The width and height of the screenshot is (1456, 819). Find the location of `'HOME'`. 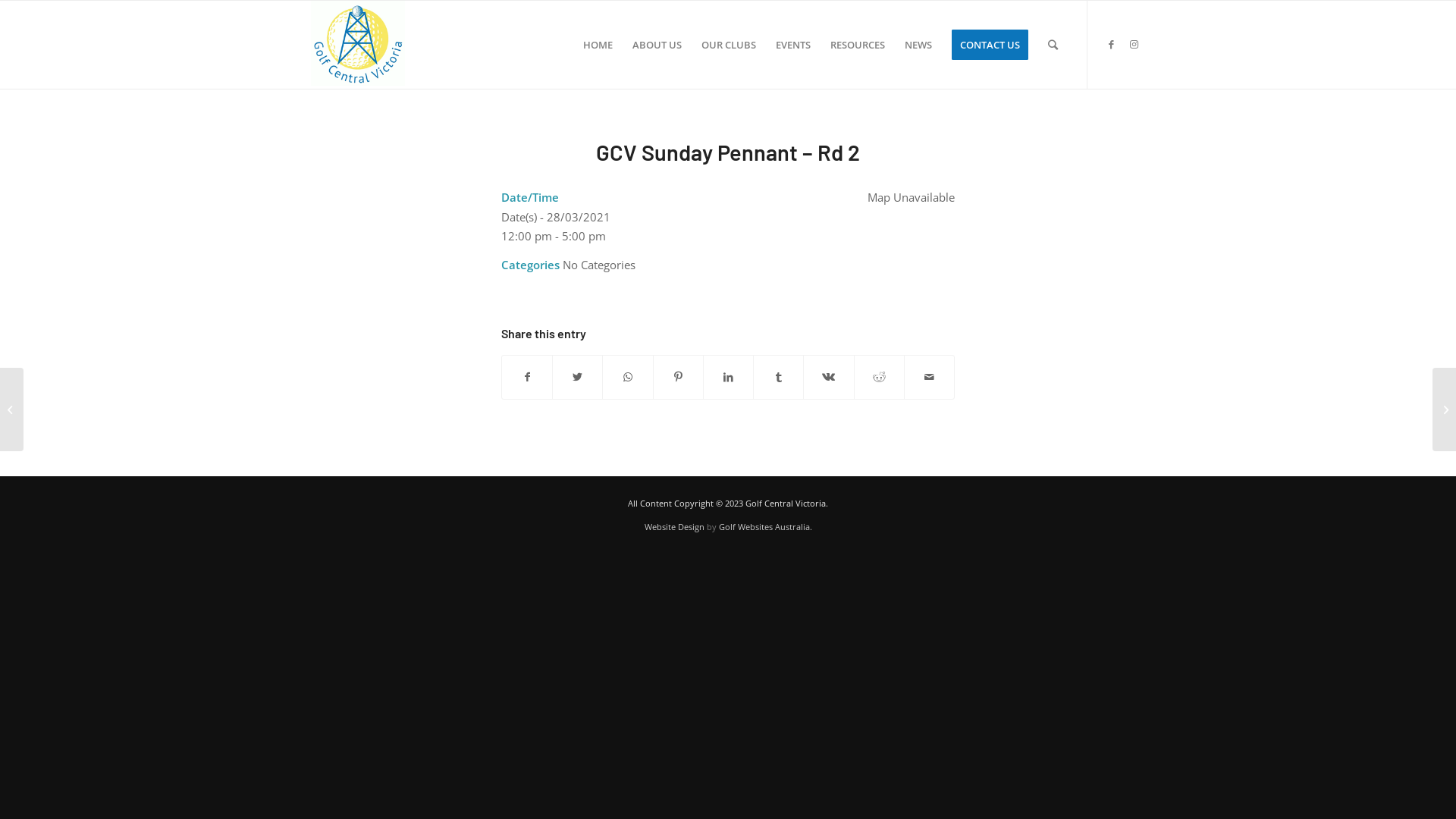

'HOME' is located at coordinates (597, 43).